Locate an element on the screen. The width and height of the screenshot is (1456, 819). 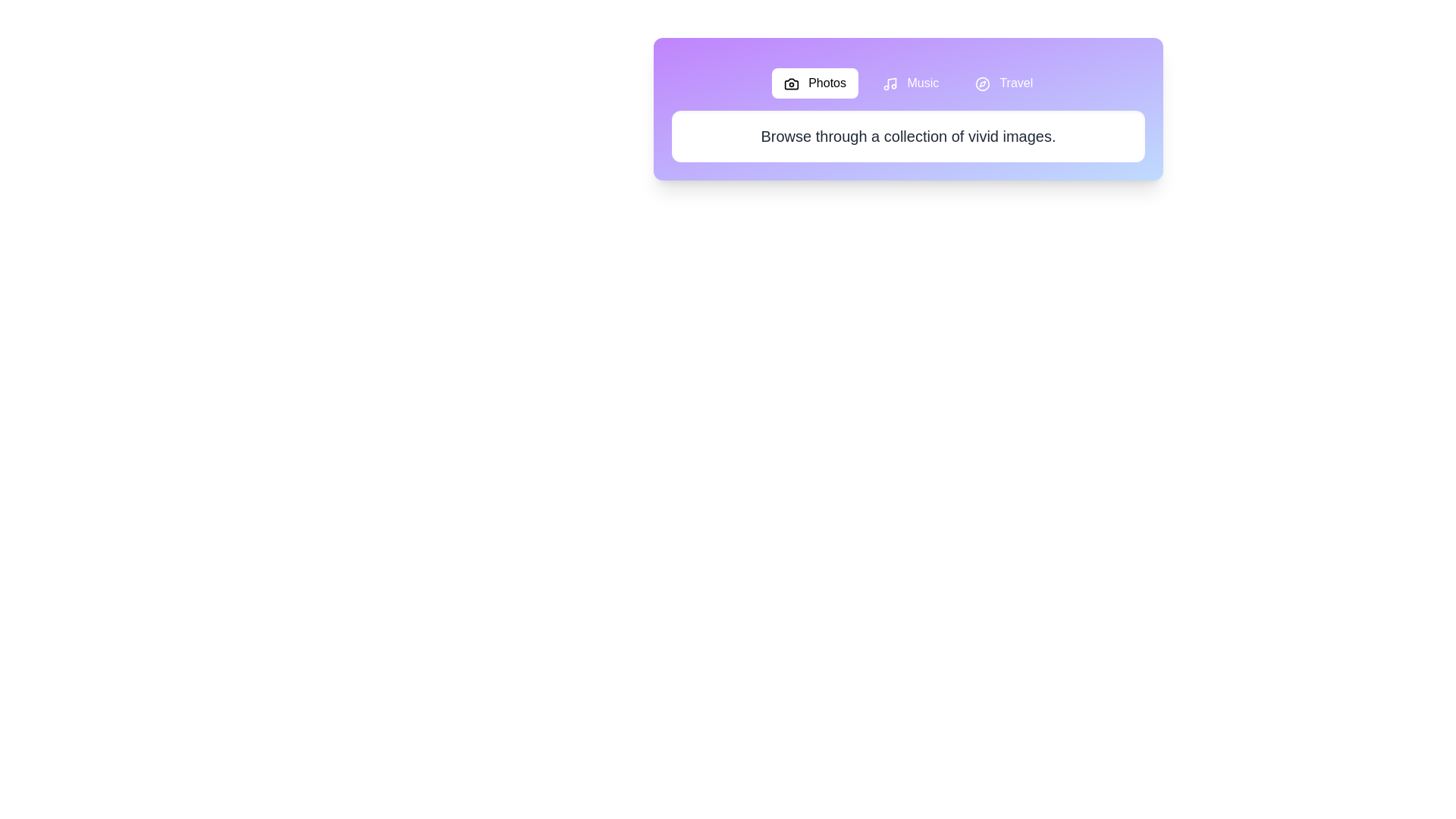
the tab labeled Music is located at coordinates (910, 83).